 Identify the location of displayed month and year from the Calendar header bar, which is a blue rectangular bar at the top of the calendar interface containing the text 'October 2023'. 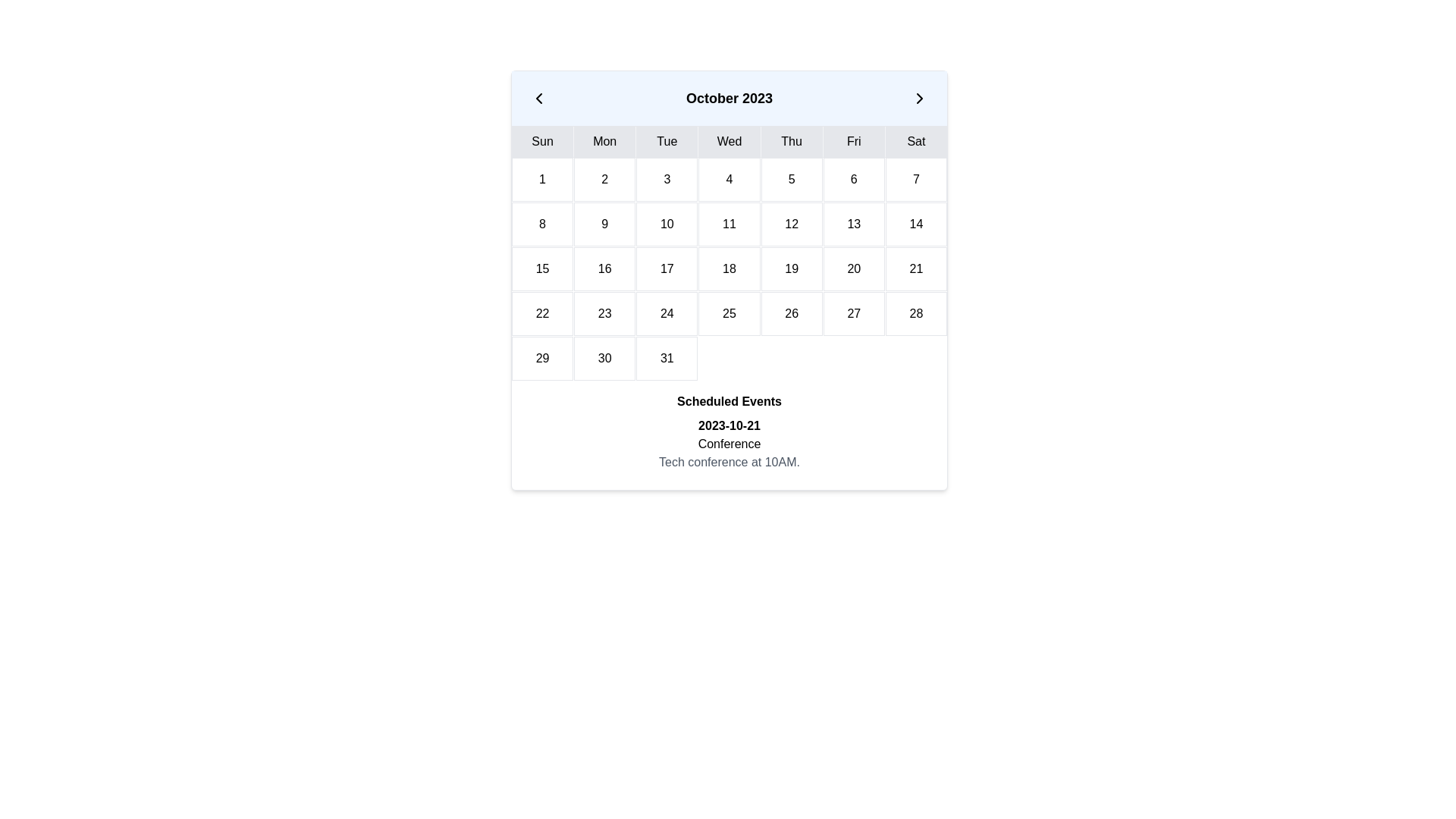
(729, 99).